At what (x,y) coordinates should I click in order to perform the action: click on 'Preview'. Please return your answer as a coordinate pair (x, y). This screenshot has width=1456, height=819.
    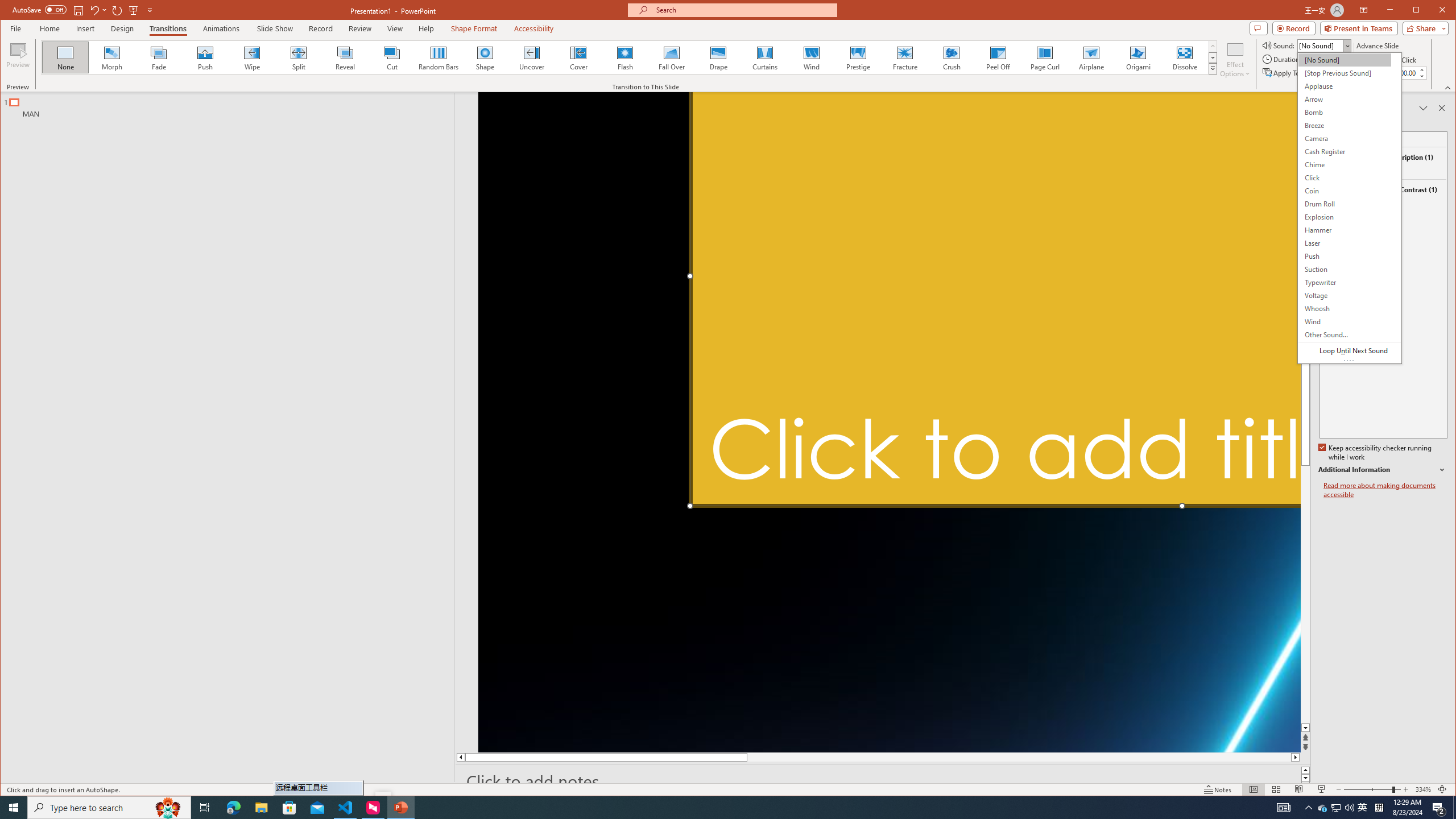
    Looking at the image, I should click on (18, 59).